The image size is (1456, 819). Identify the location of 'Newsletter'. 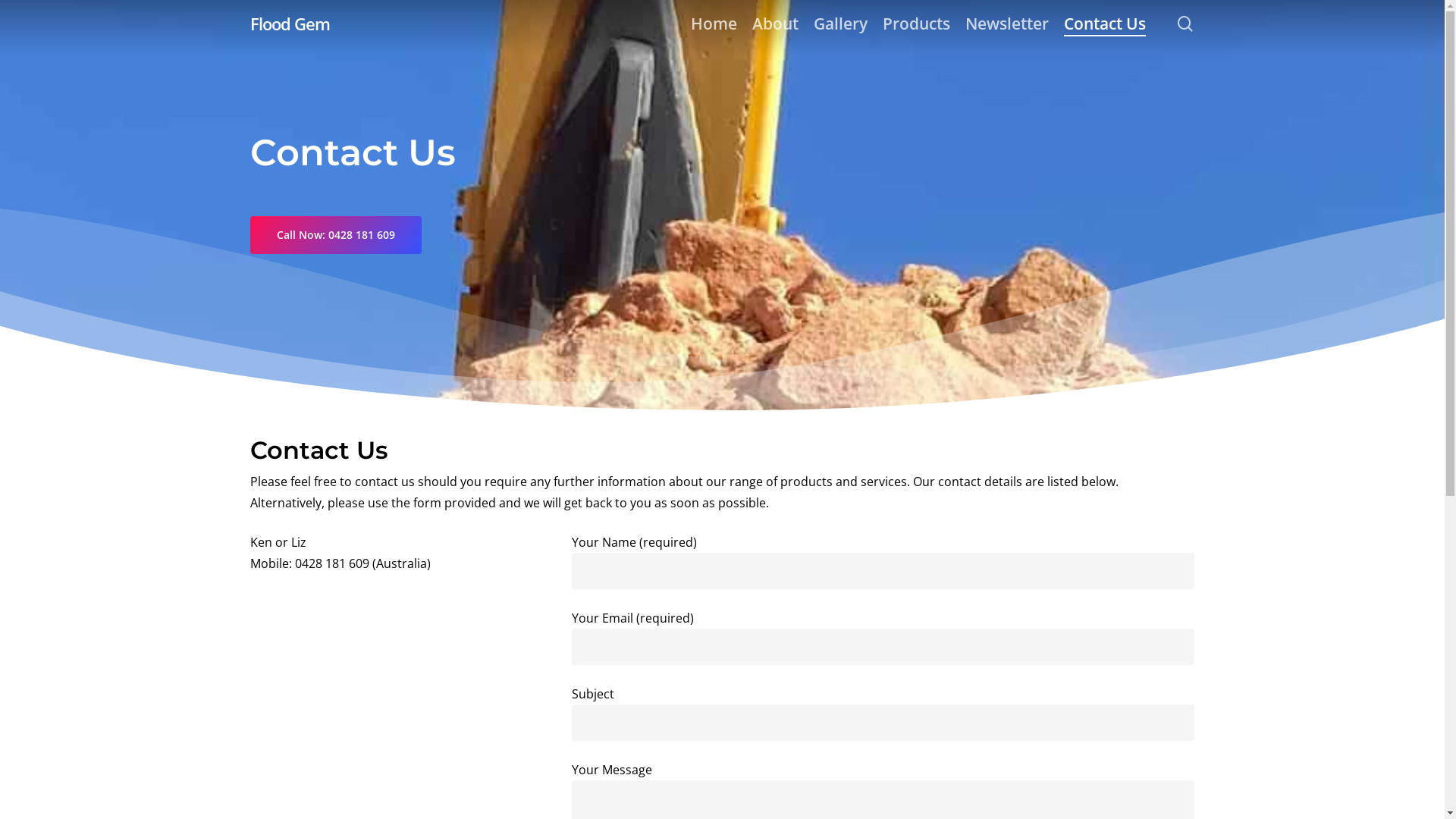
(1007, 23).